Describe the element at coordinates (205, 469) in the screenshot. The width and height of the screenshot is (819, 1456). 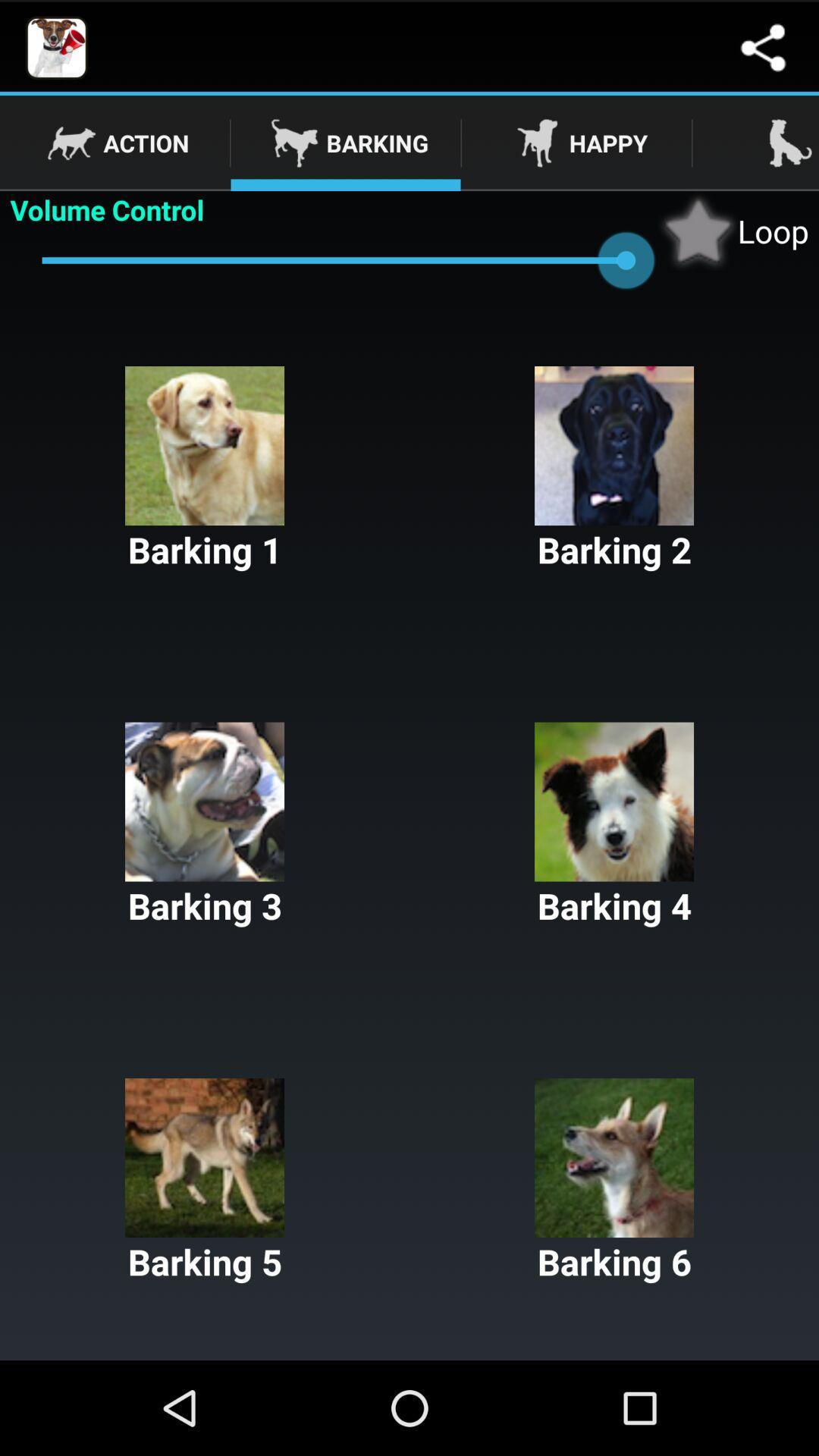
I see `icon above barking 3 item` at that location.